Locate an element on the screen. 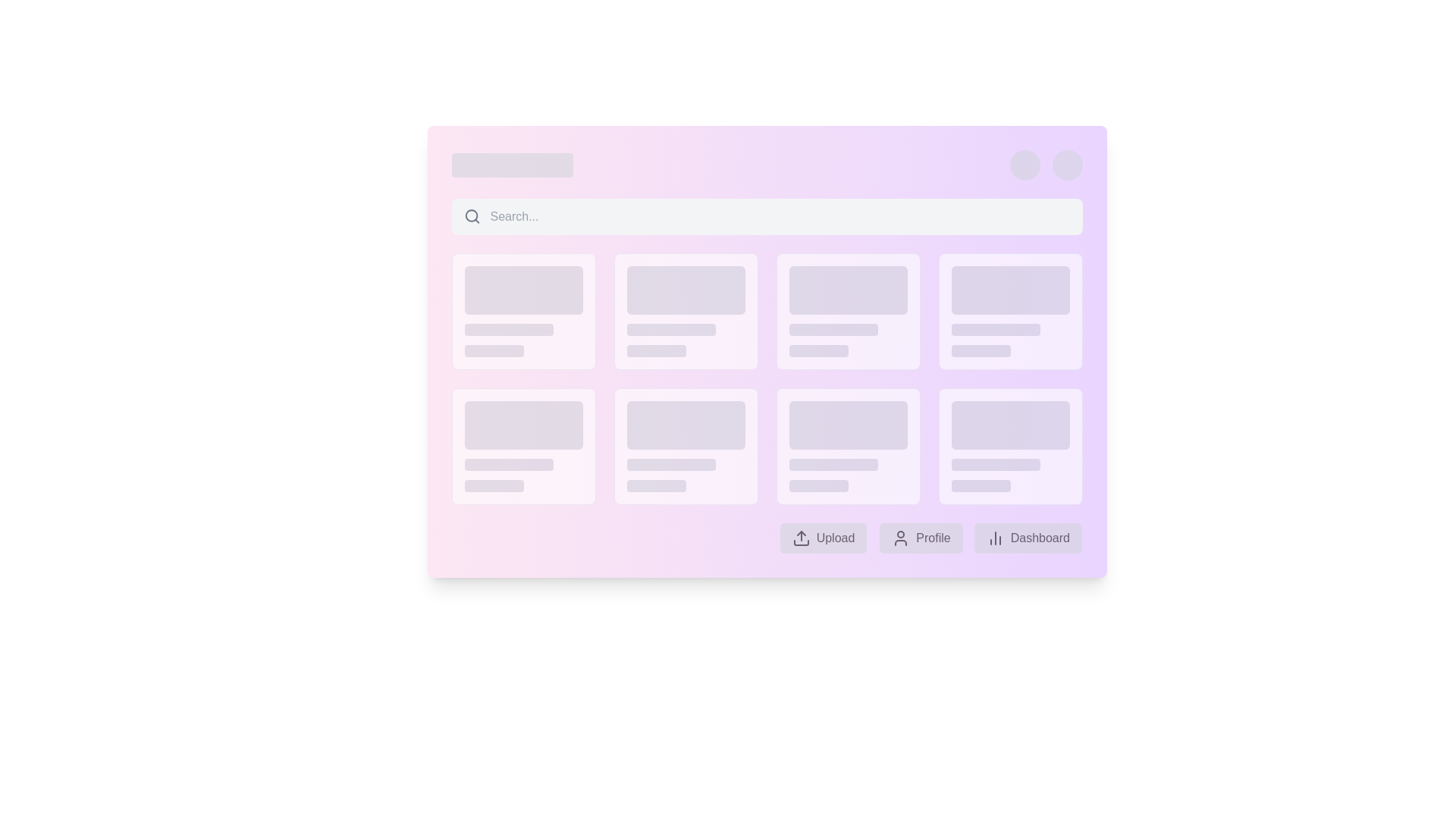 This screenshot has height=819, width=1456. the 'Upload' button, which is a rounded rectangular button with a grey background and an upload icon, located at the bottom-right corner of the interface is located at coordinates (822, 537).